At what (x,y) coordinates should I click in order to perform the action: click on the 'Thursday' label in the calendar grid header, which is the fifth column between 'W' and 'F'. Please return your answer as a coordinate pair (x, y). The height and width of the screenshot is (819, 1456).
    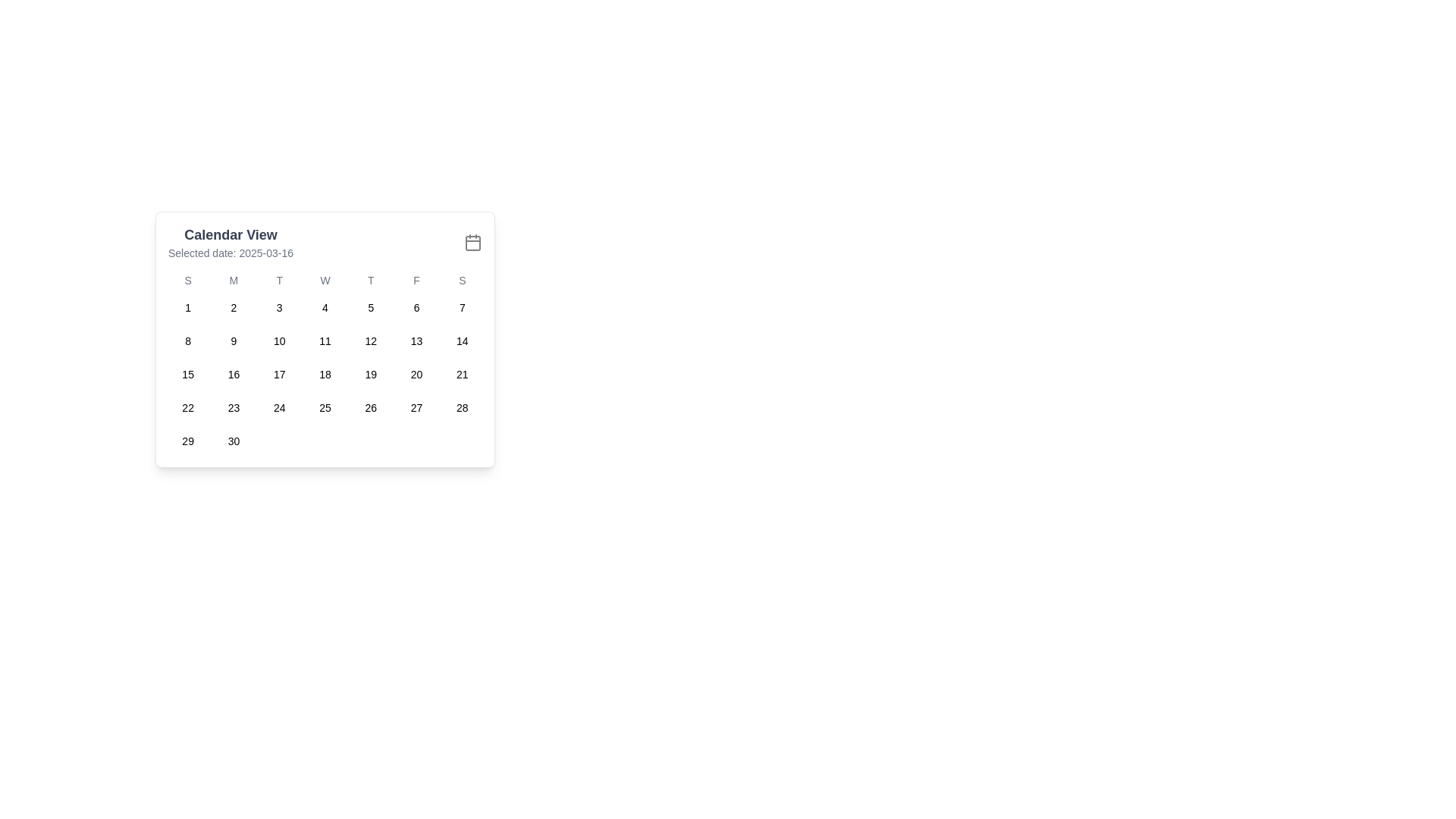
    Looking at the image, I should click on (371, 281).